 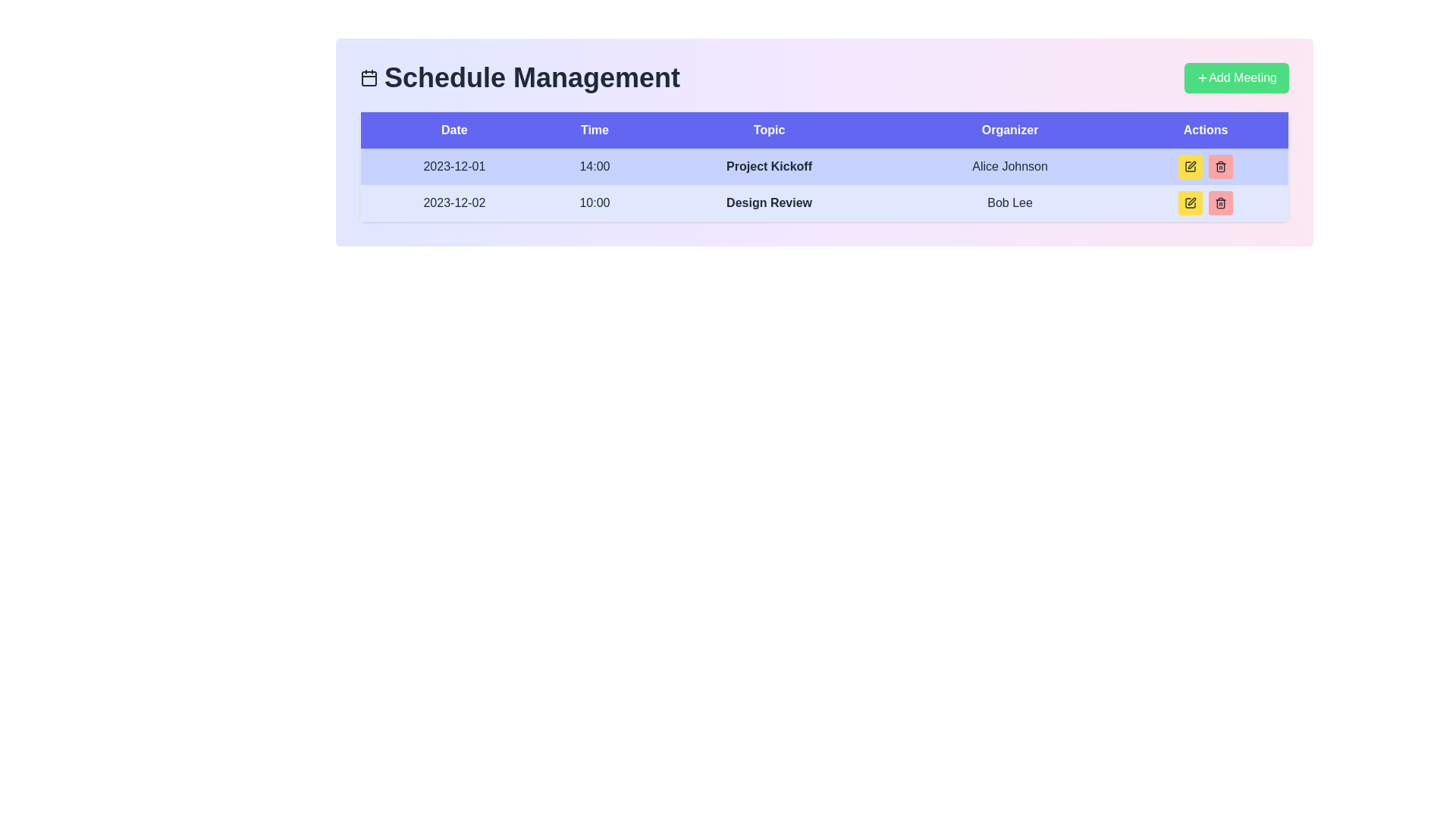 I want to click on the edit icon in the Actions column of the schedule management interface to trigger a tooltip or effect, so click(x=1191, y=201).